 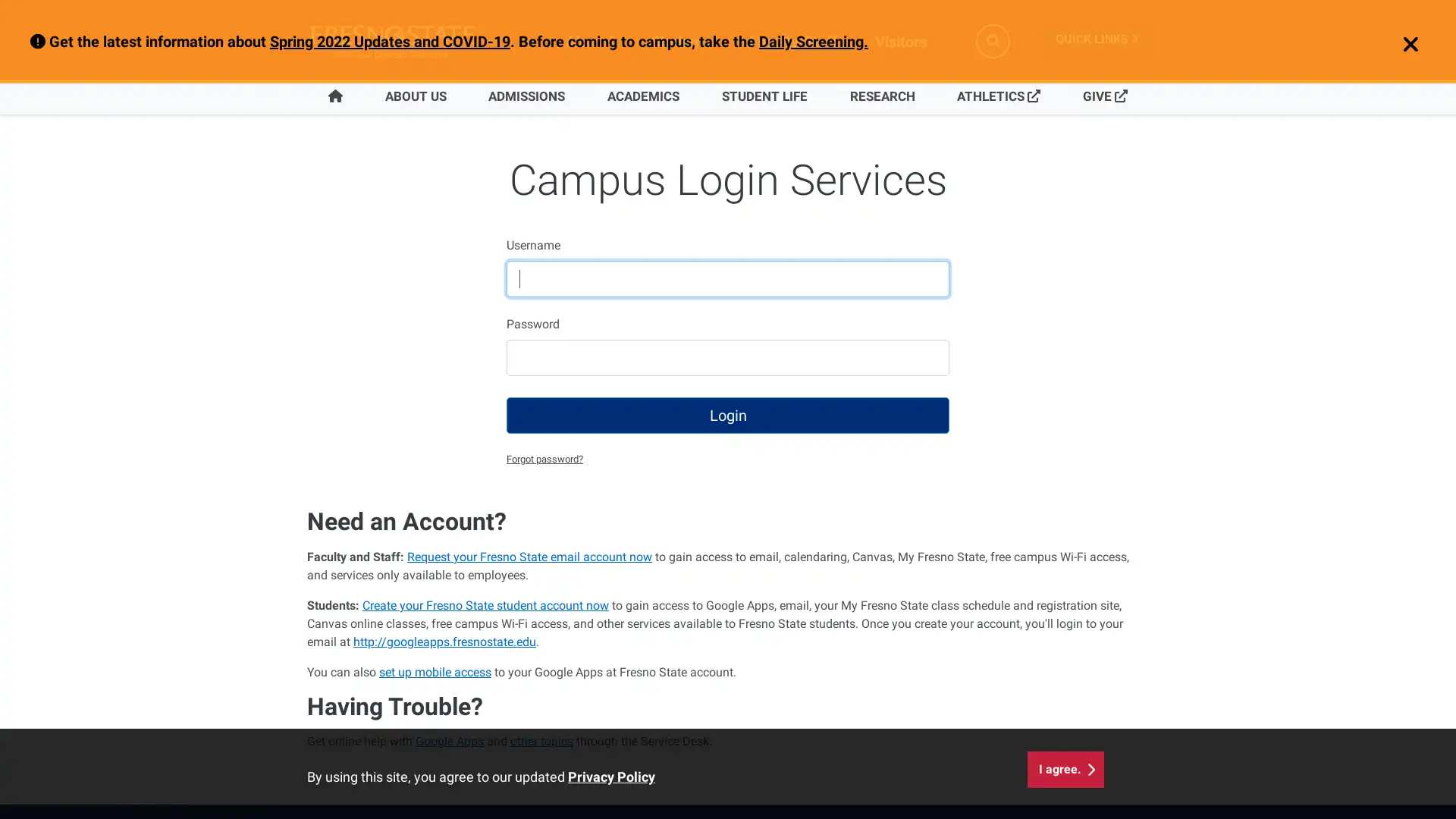 What do you see at coordinates (1401, 45) in the screenshot?
I see `Close` at bounding box center [1401, 45].